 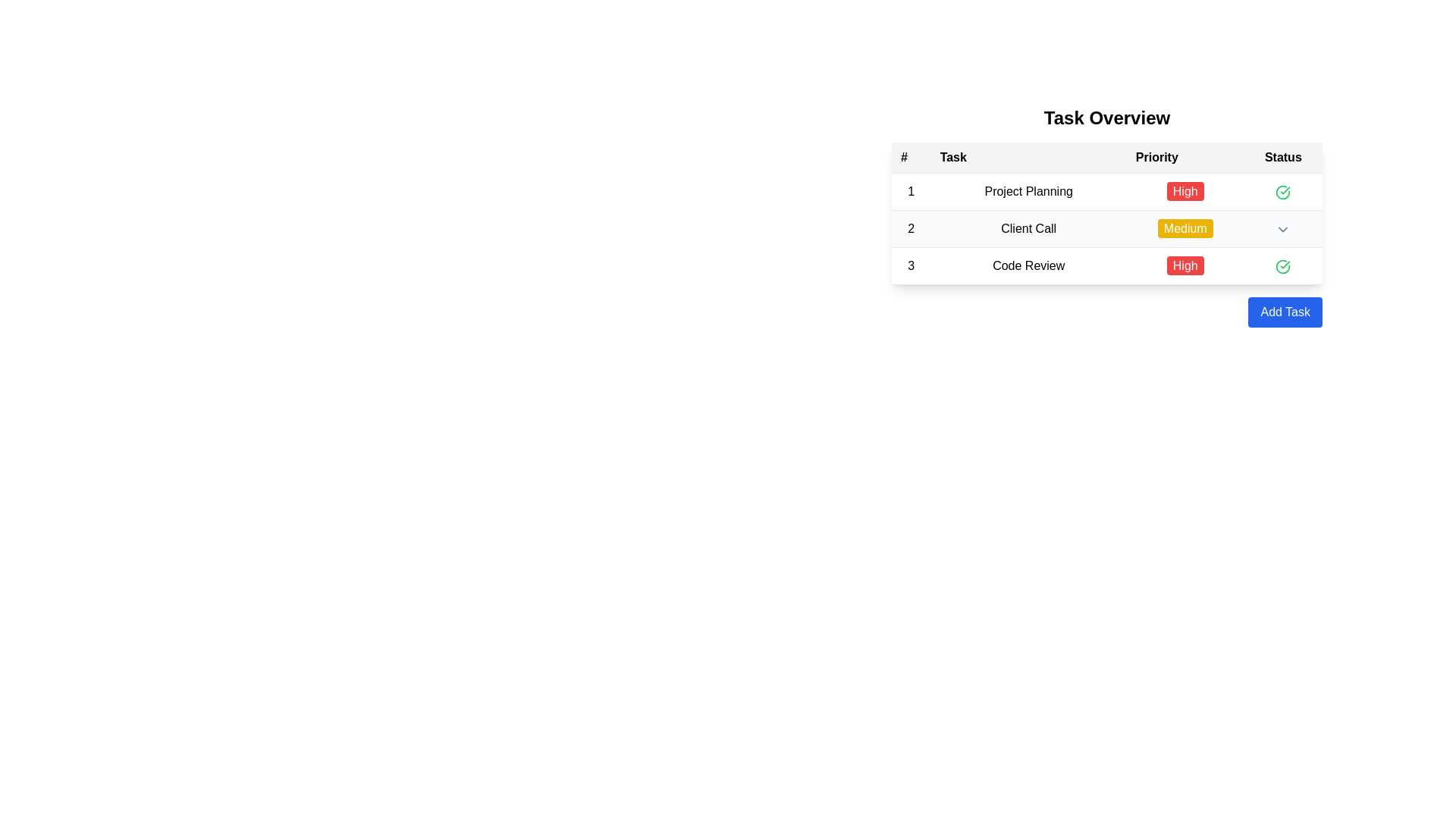 I want to click on the non-interactive priority level label located in the 'Priority' column of the row labeled '2' in the 'Task Overview' table, which is positioned to the right of the 'Client Call' column, so click(x=1185, y=228).